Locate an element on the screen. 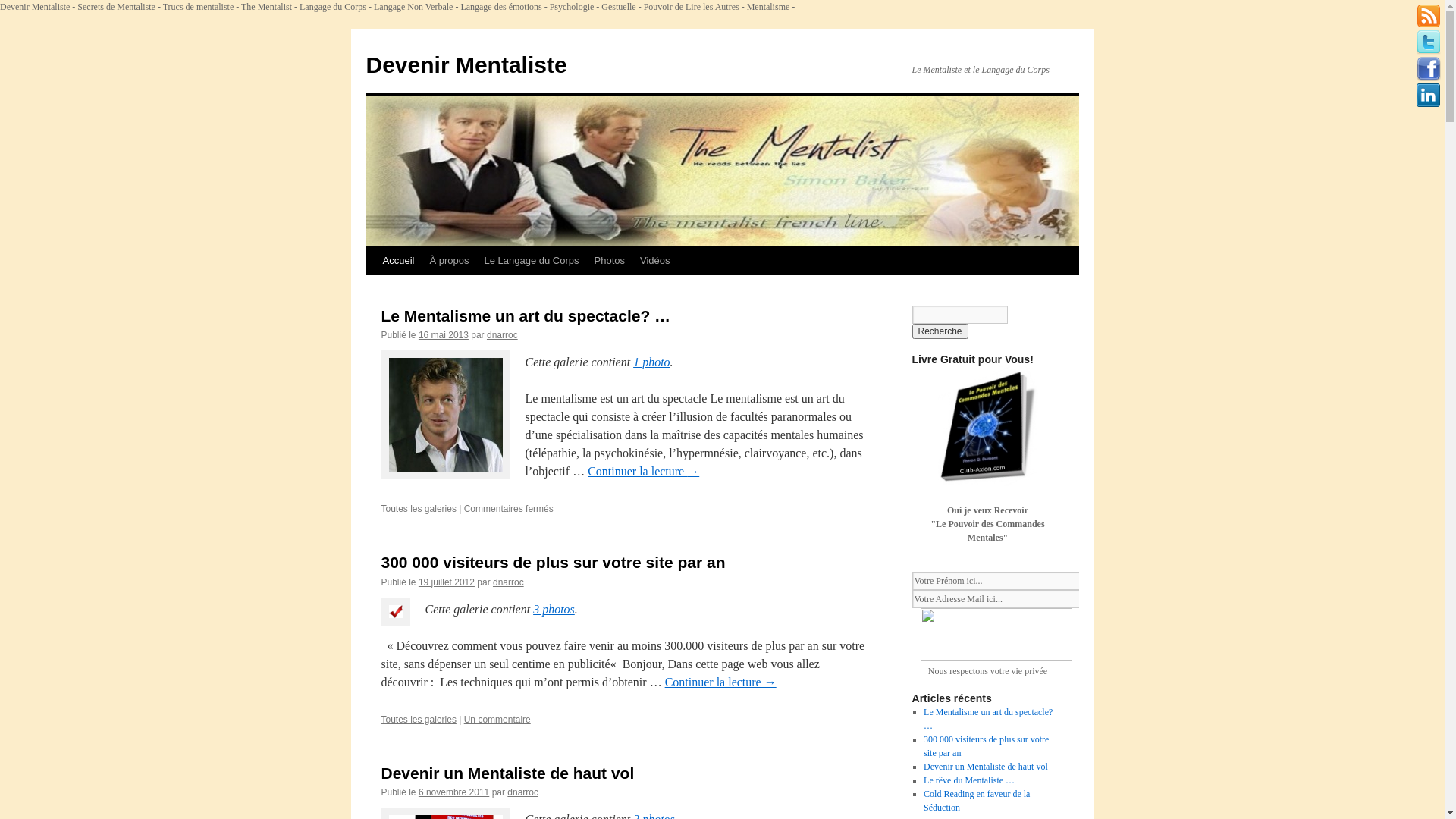  '6 novembre 2011' is located at coordinates (453, 792).